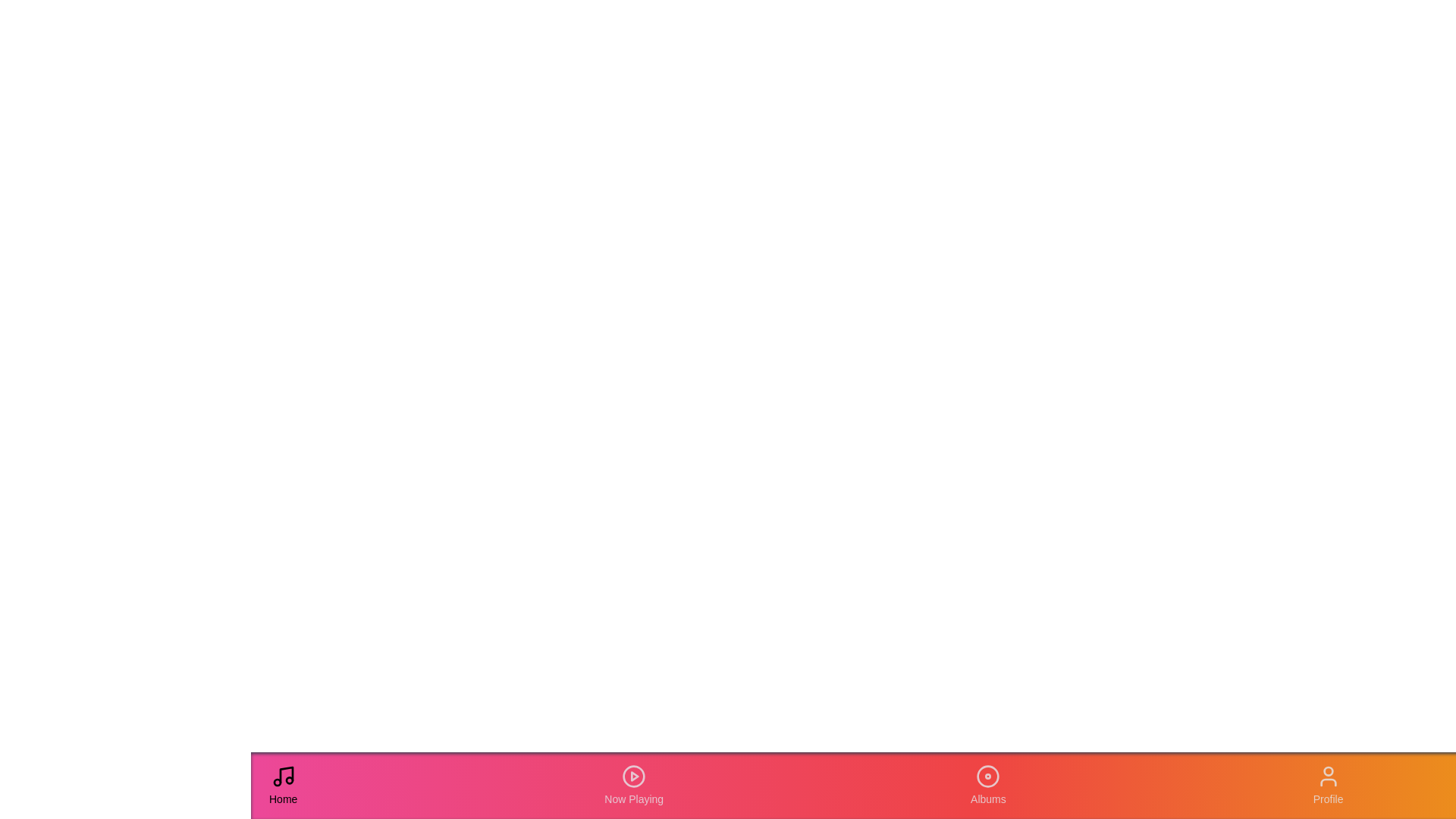  Describe the element at coordinates (988, 785) in the screenshot. I see `the Albums tab in the navigation bar` at that location.